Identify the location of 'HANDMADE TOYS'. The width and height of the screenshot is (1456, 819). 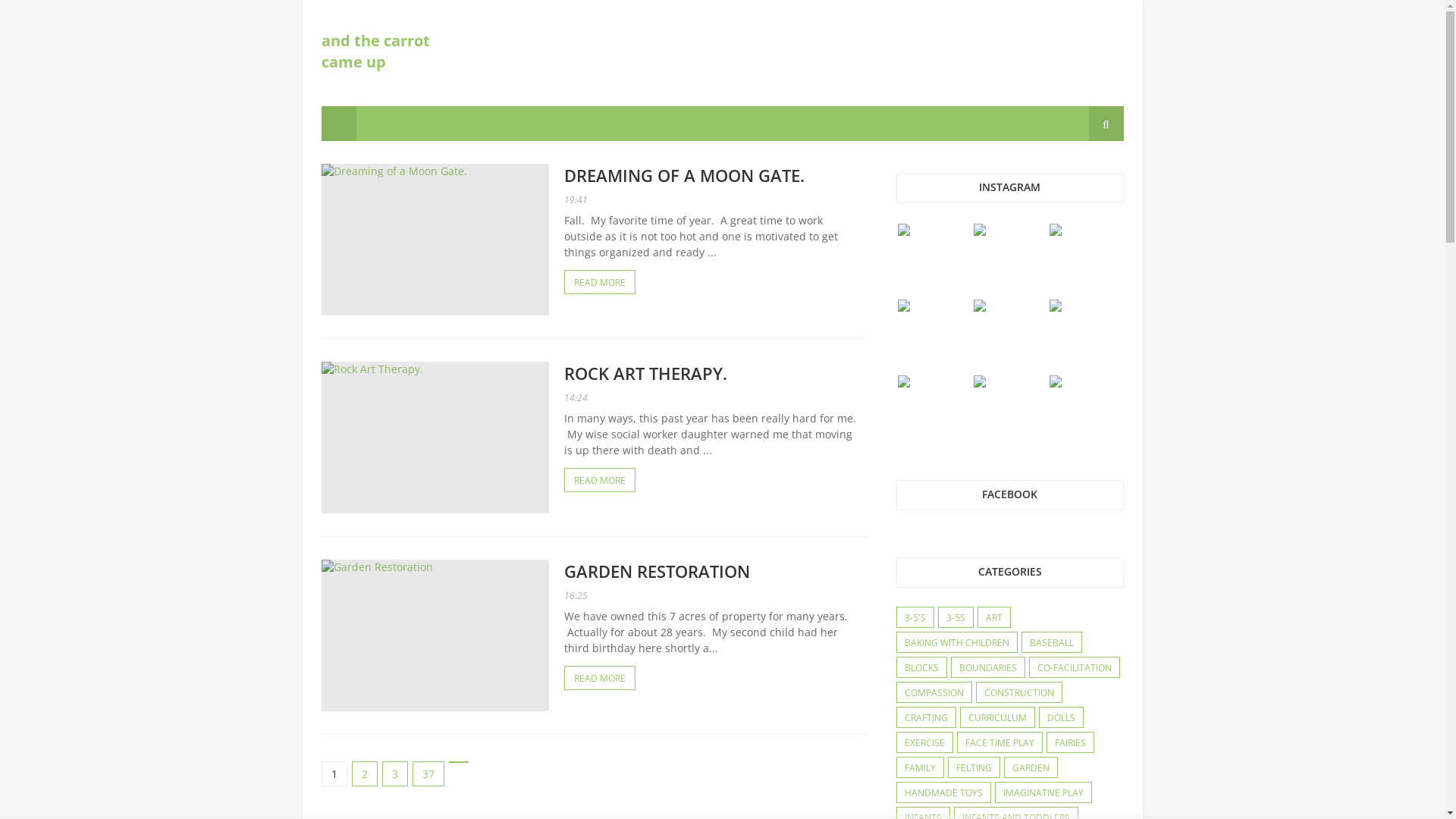
(942, 792).